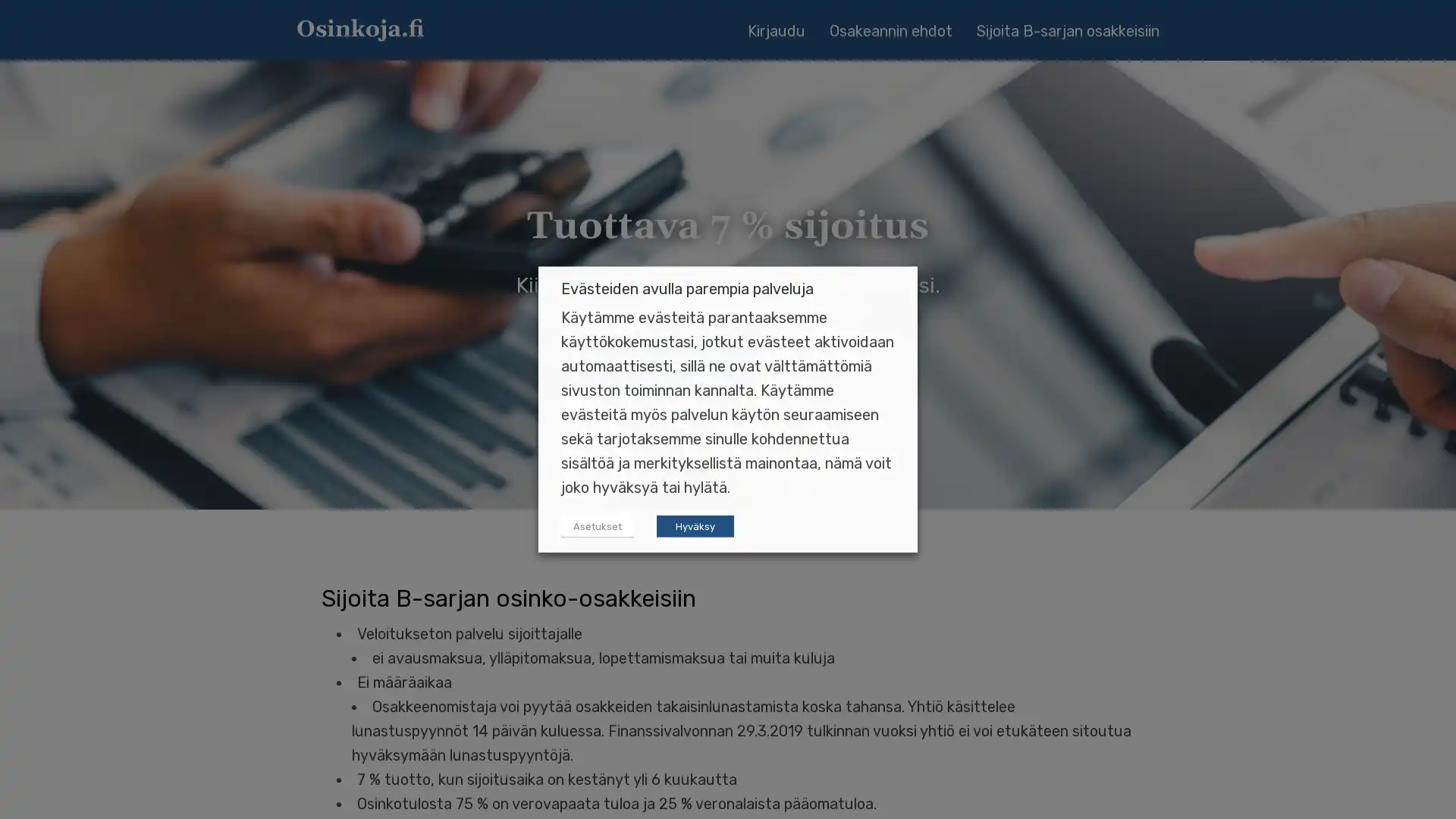  What do you see at coordinates (596, 526) in the screenshot?
I see `Asetukset` at bounding box center [596, 526].